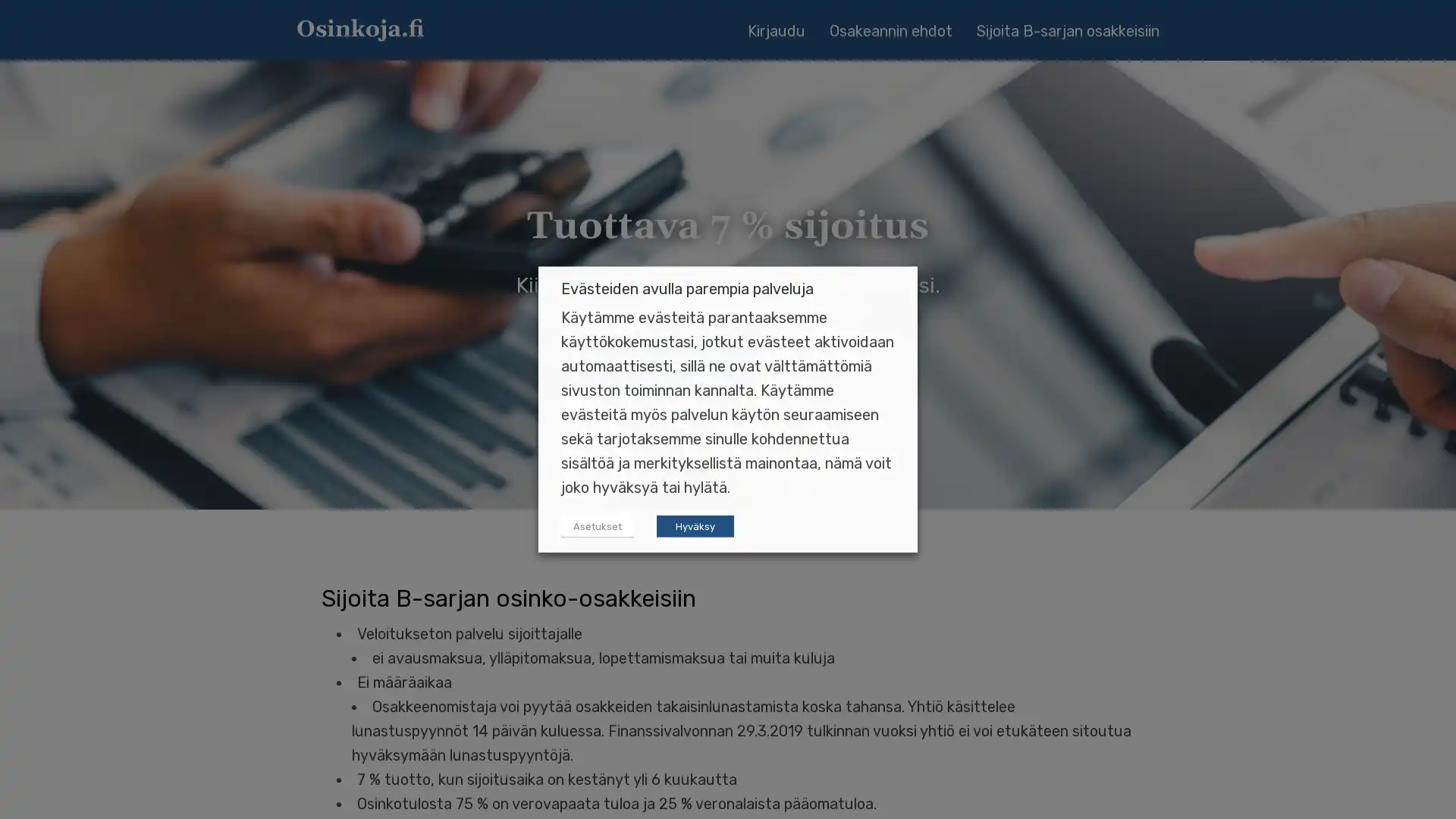  What do you see at coordinates (596, 526) in the screenshot?
I see `Asetukset` at bounding box center [596, 526].